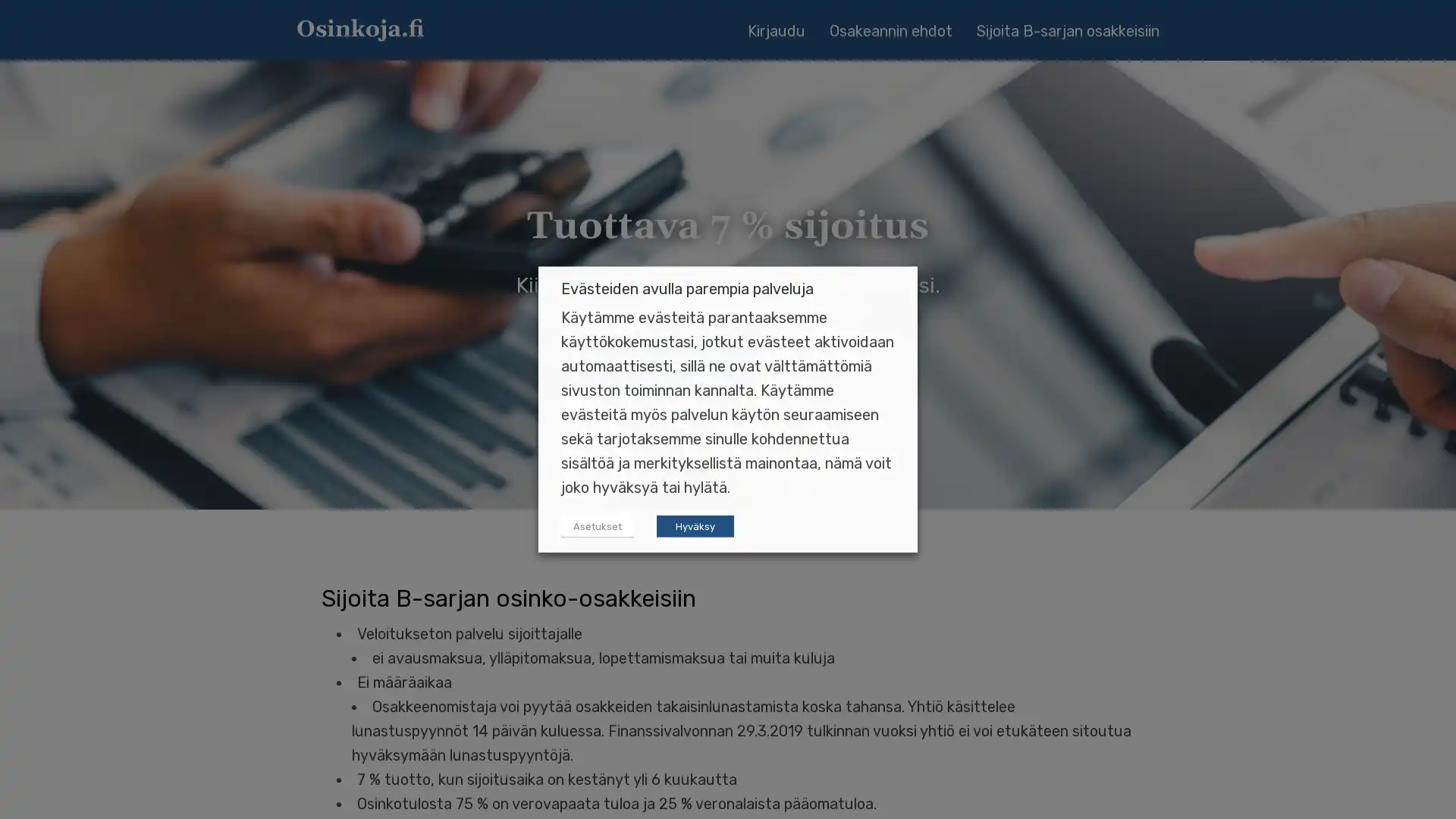  What do you see at coordinates (596, 526) in the screenshot?
I see `Asetukset` at bounding box center [596, 526].